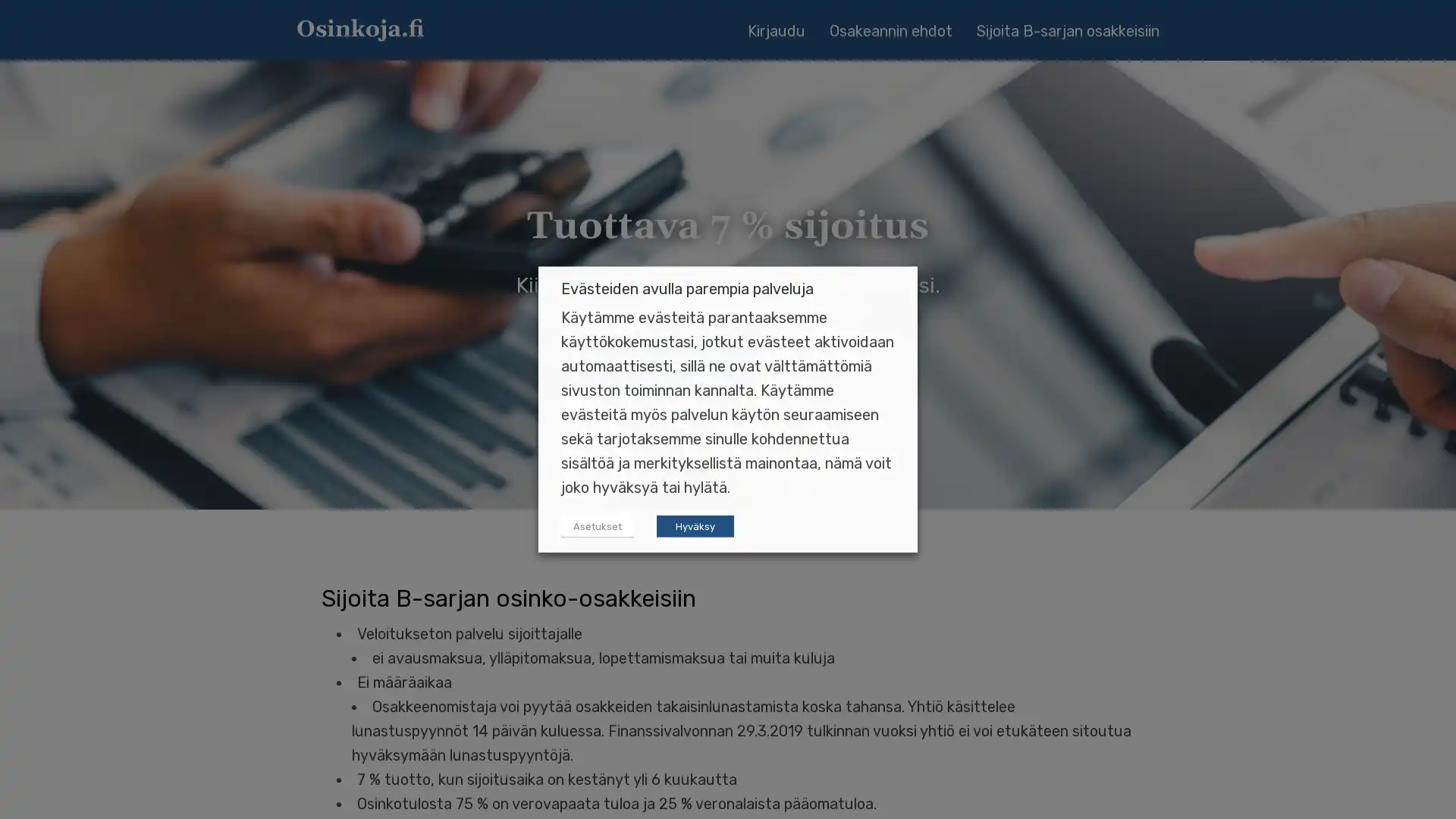  What do you see at coordinates (596, 526) in the screenshot?
I see `Asetukset` at bounding box center [596, 526].